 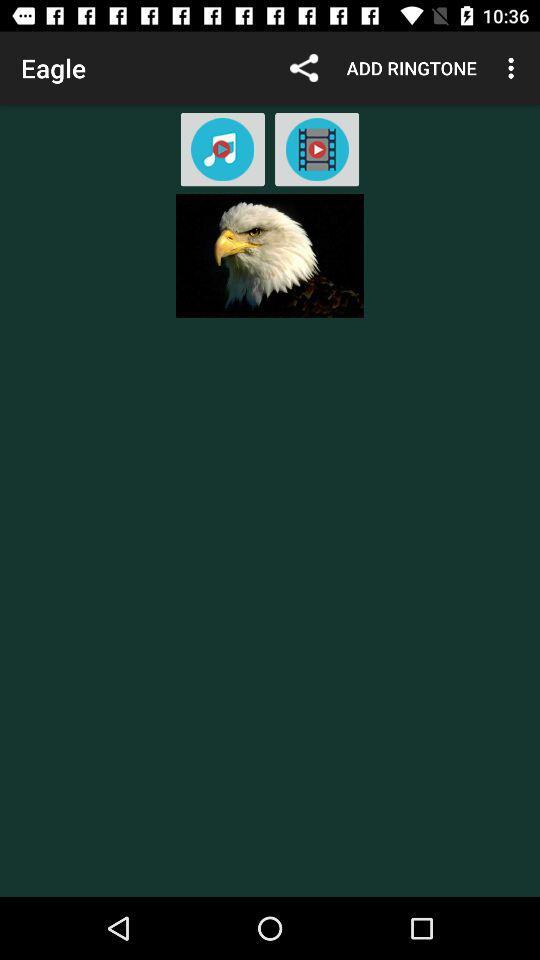 What do you see at coordinates (221, 148) in the screenshot?
I see `the music icon` at bounding box center [221, 148].